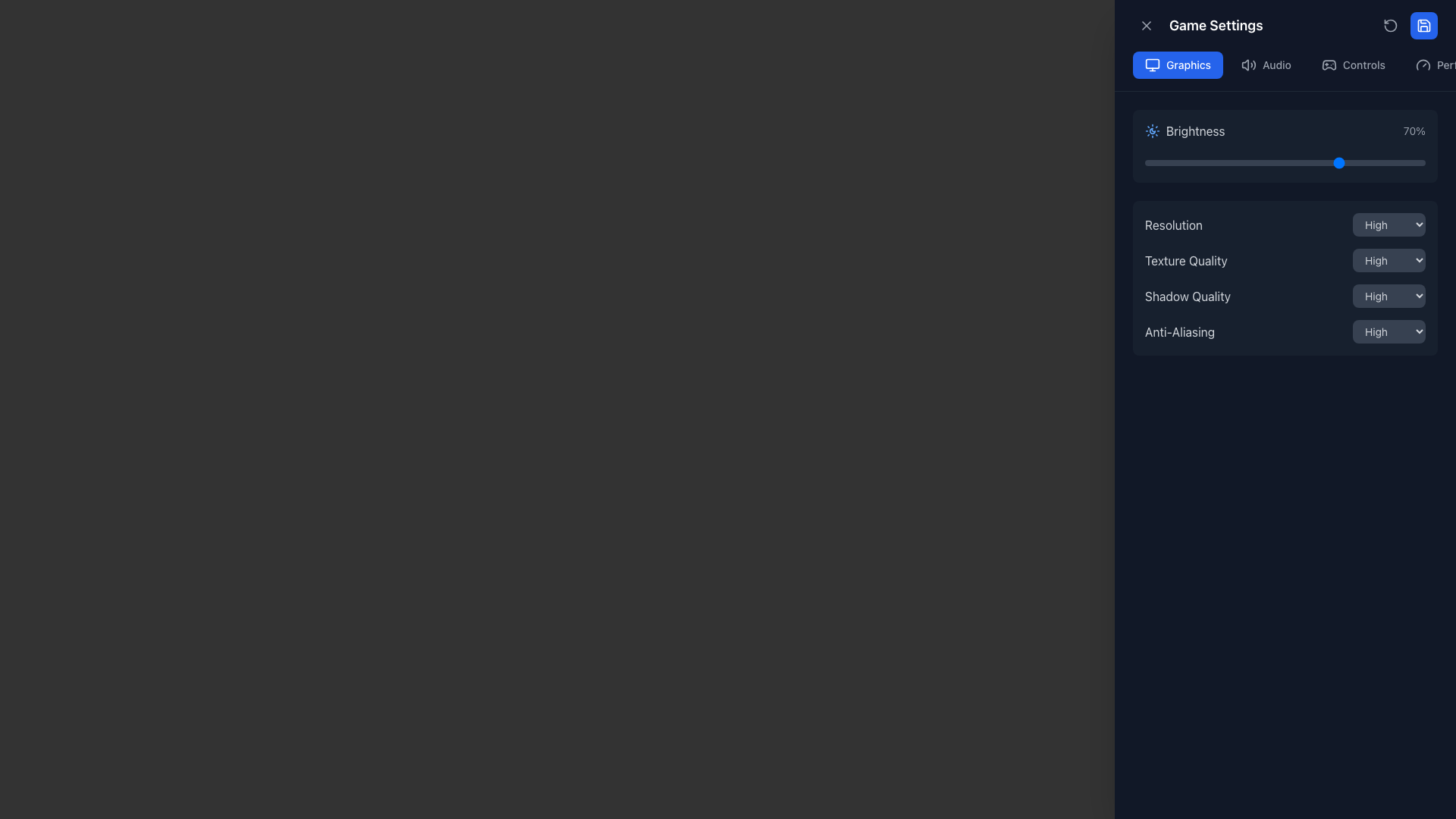 The image size is (1456, 819). What do you see at coordinates (1266, 64) in the screenshot?
I see `the 'Audio' button, which is a rectangular button with a speaker icon and text, located` at bounding box center [1266, 64].